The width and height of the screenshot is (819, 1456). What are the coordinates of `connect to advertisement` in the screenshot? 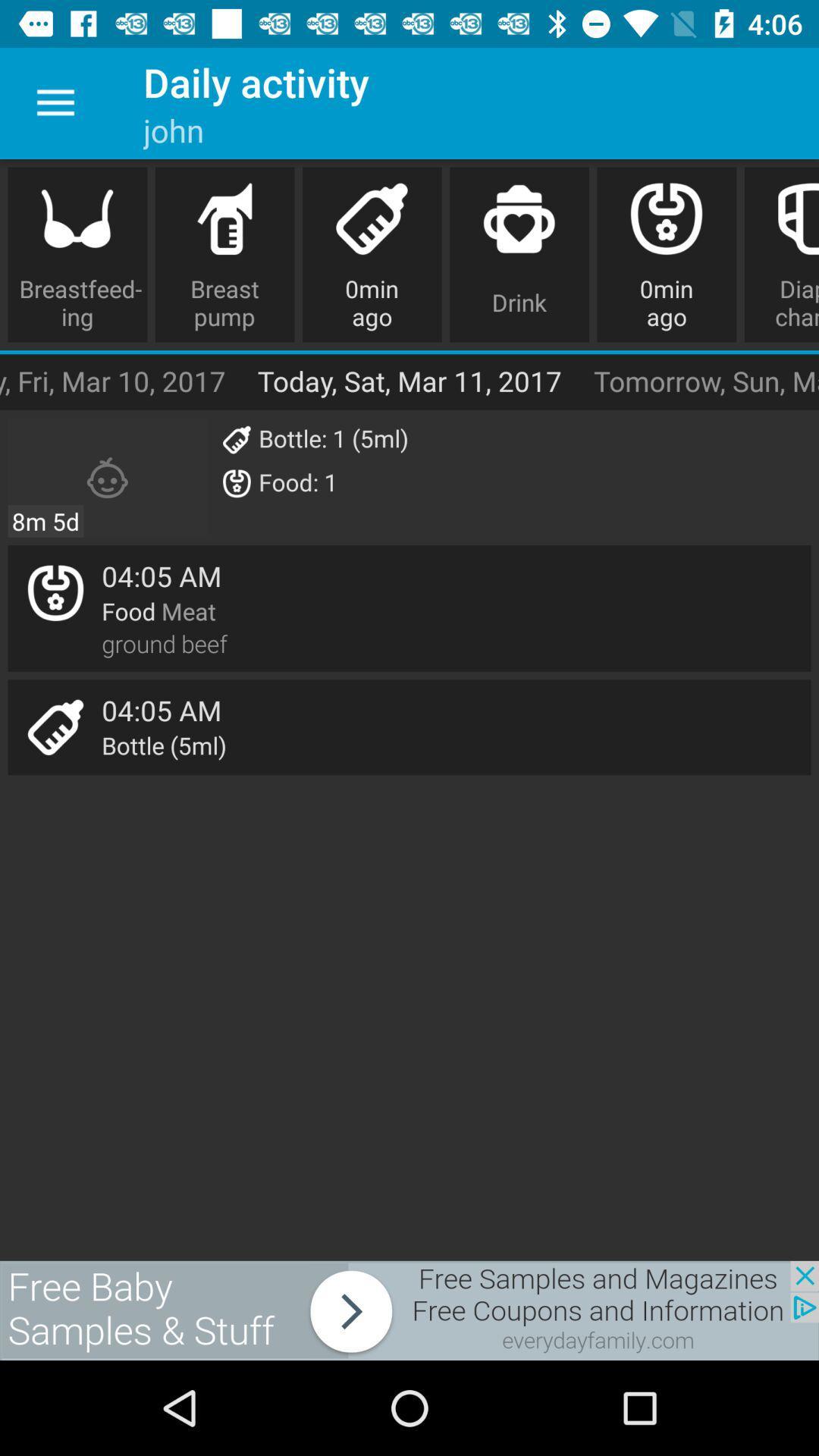 It's located at (409, 1310).